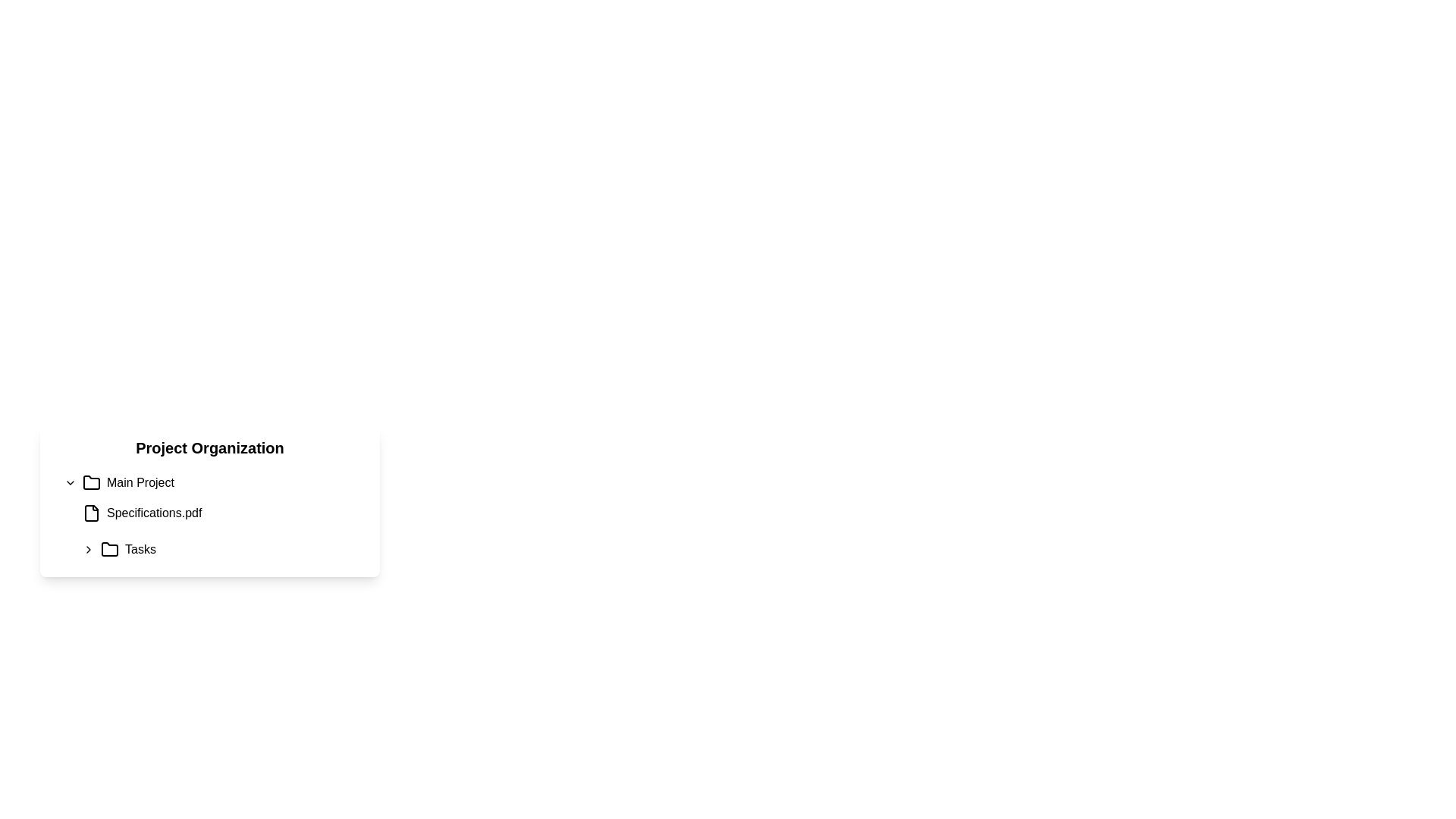 The image size is (1456, 819). I want to click on the folder icon next to 'Main Project' under the 'Project Organization' heading, so click(108, 549).